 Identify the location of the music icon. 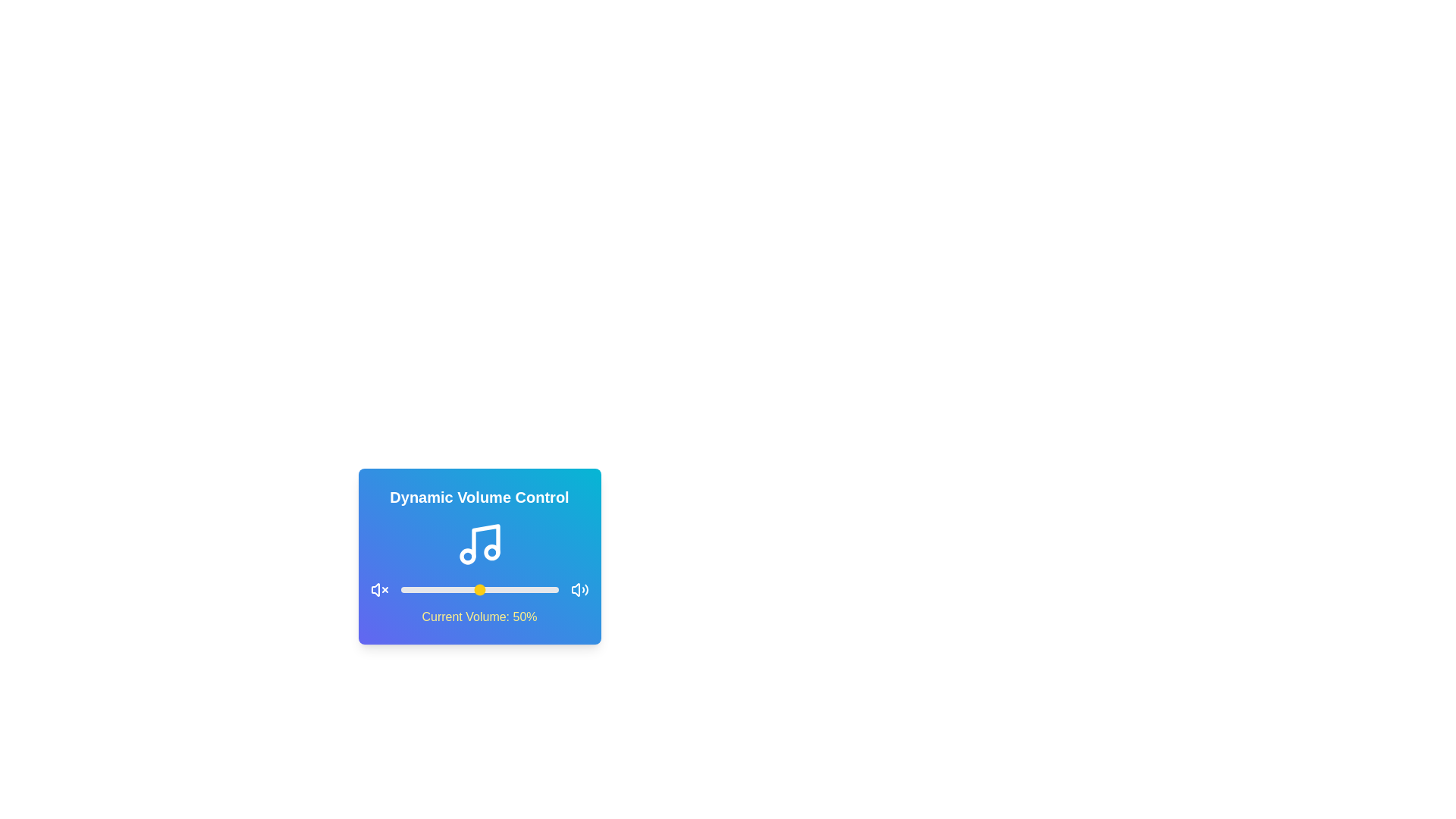
(479, 543).